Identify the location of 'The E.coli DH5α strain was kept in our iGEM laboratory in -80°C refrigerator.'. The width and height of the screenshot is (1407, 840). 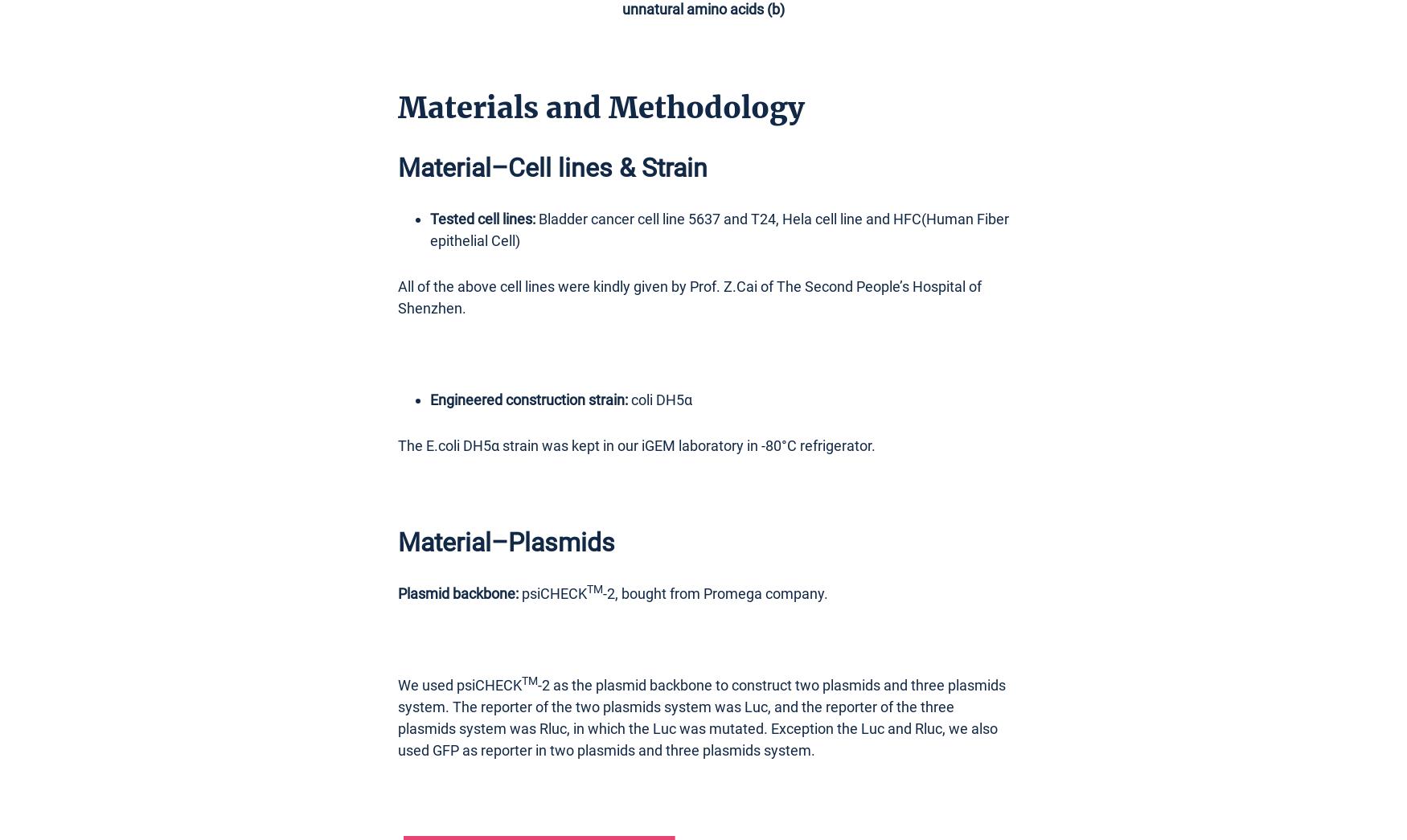
(636, 445).